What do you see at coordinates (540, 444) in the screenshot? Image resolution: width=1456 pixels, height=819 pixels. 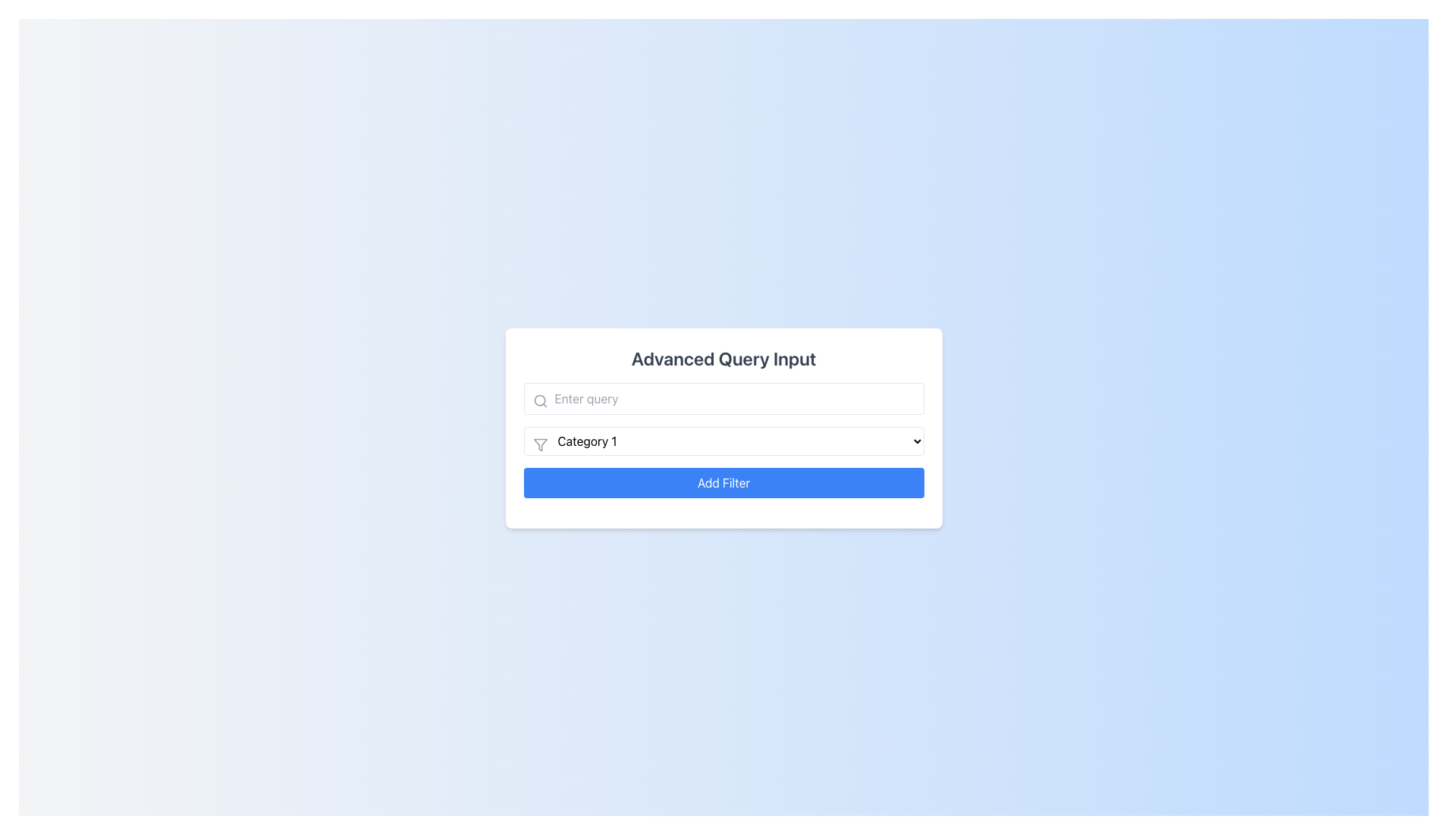 I see `the filter icon SVG element located in the dropdown input area, positioned slightly above the 'Add Filter' button` at bounding box center [540, 444].